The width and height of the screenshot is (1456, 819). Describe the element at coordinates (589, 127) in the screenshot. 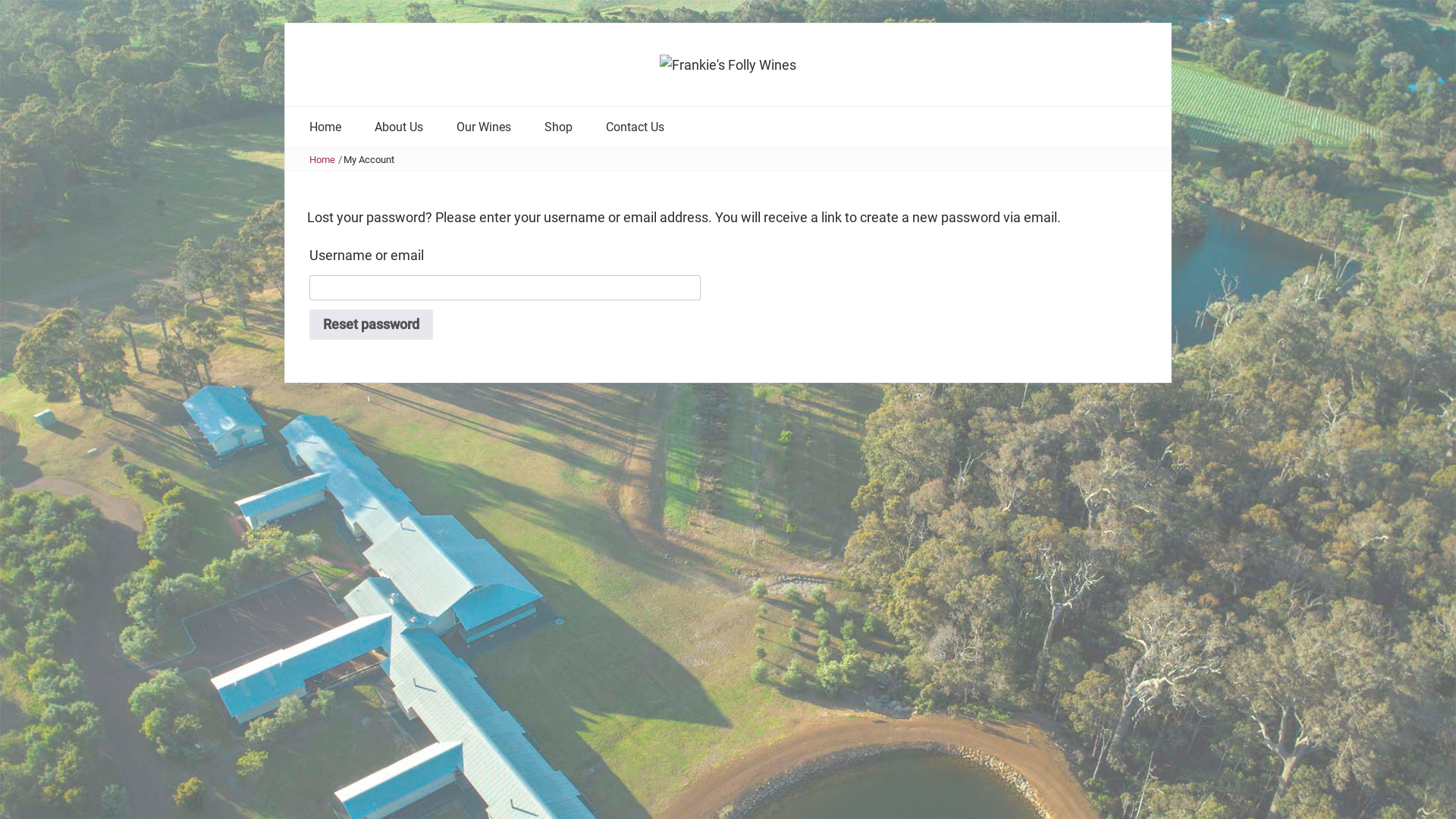

I see `'Contact Us'` at that location.